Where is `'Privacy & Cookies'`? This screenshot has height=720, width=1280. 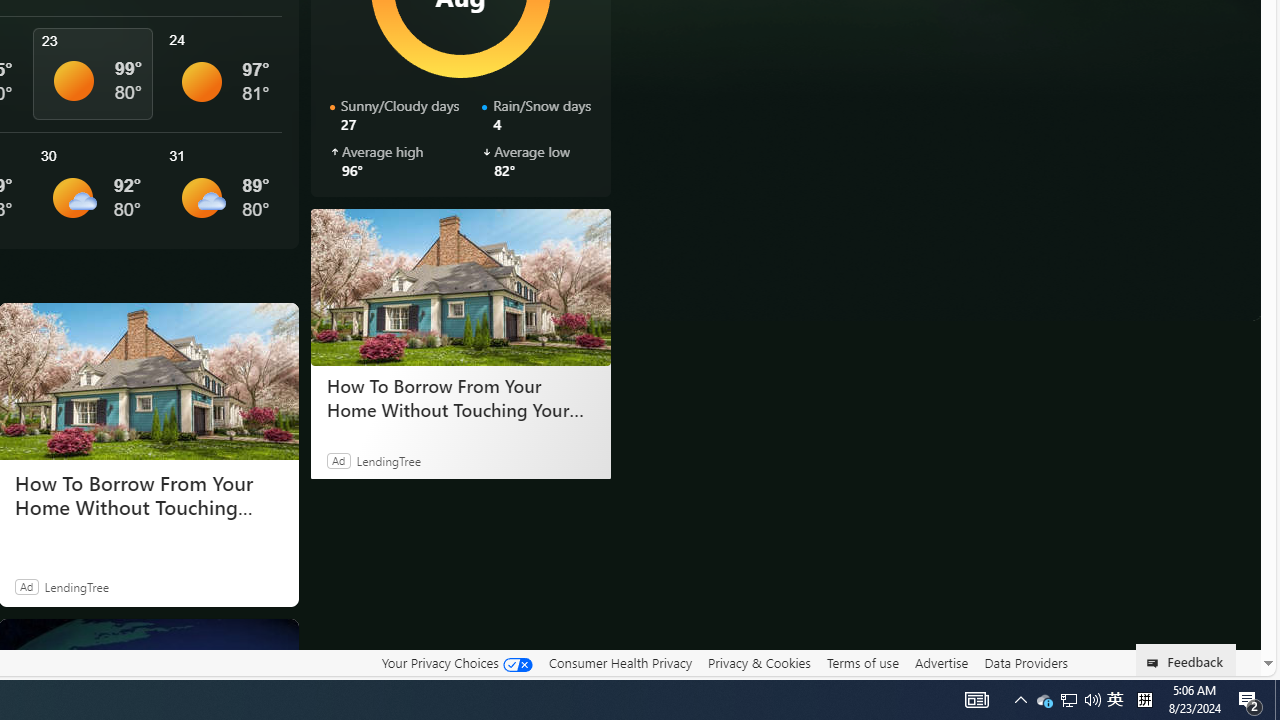
'Privacy & Cookies' is located at coordinates (758, 663).